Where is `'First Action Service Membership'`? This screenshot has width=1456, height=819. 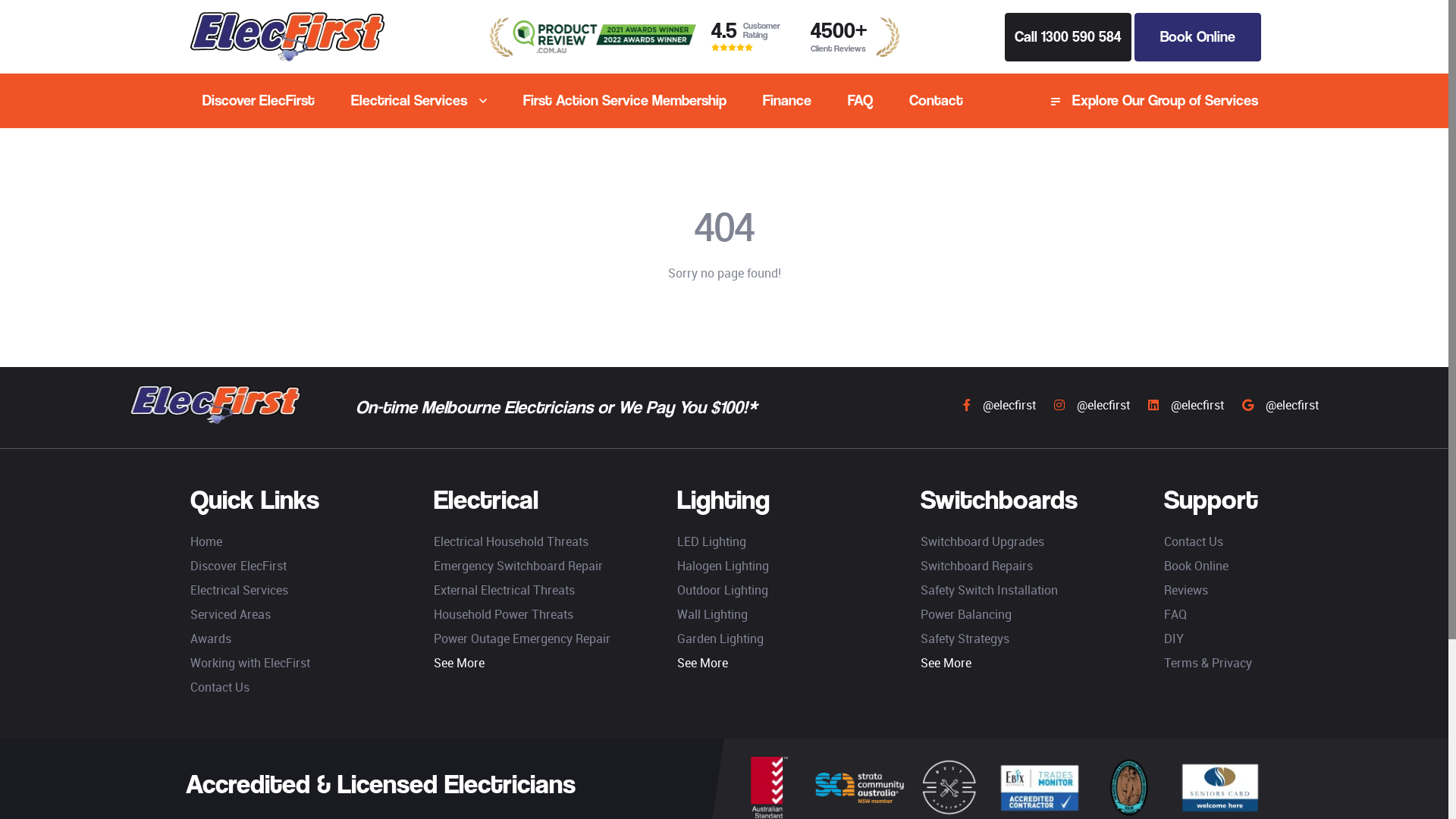
'First Action Service Membership' is located at coordinates (625, 100).